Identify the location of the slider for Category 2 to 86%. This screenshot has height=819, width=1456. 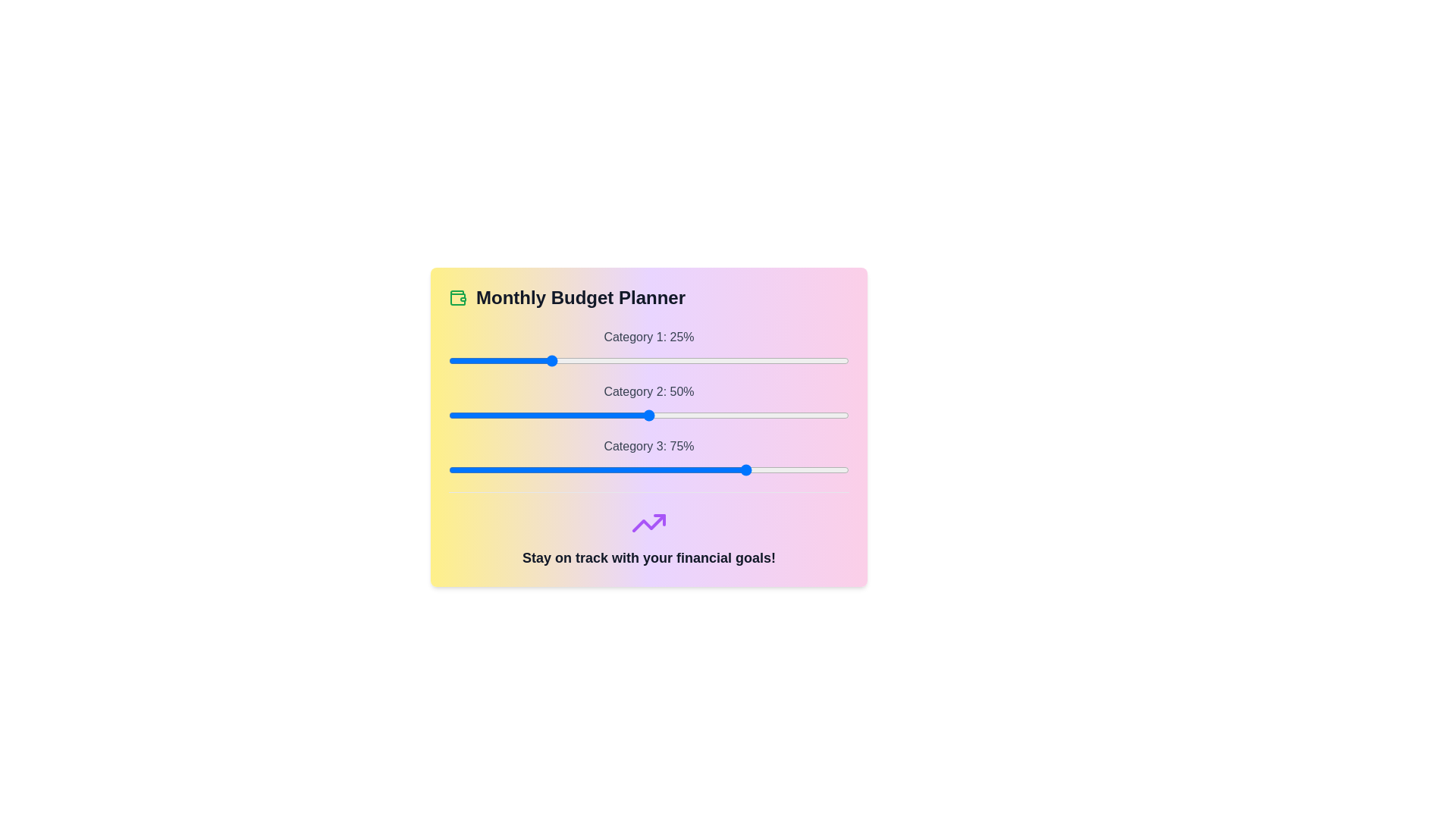
(792, 415).